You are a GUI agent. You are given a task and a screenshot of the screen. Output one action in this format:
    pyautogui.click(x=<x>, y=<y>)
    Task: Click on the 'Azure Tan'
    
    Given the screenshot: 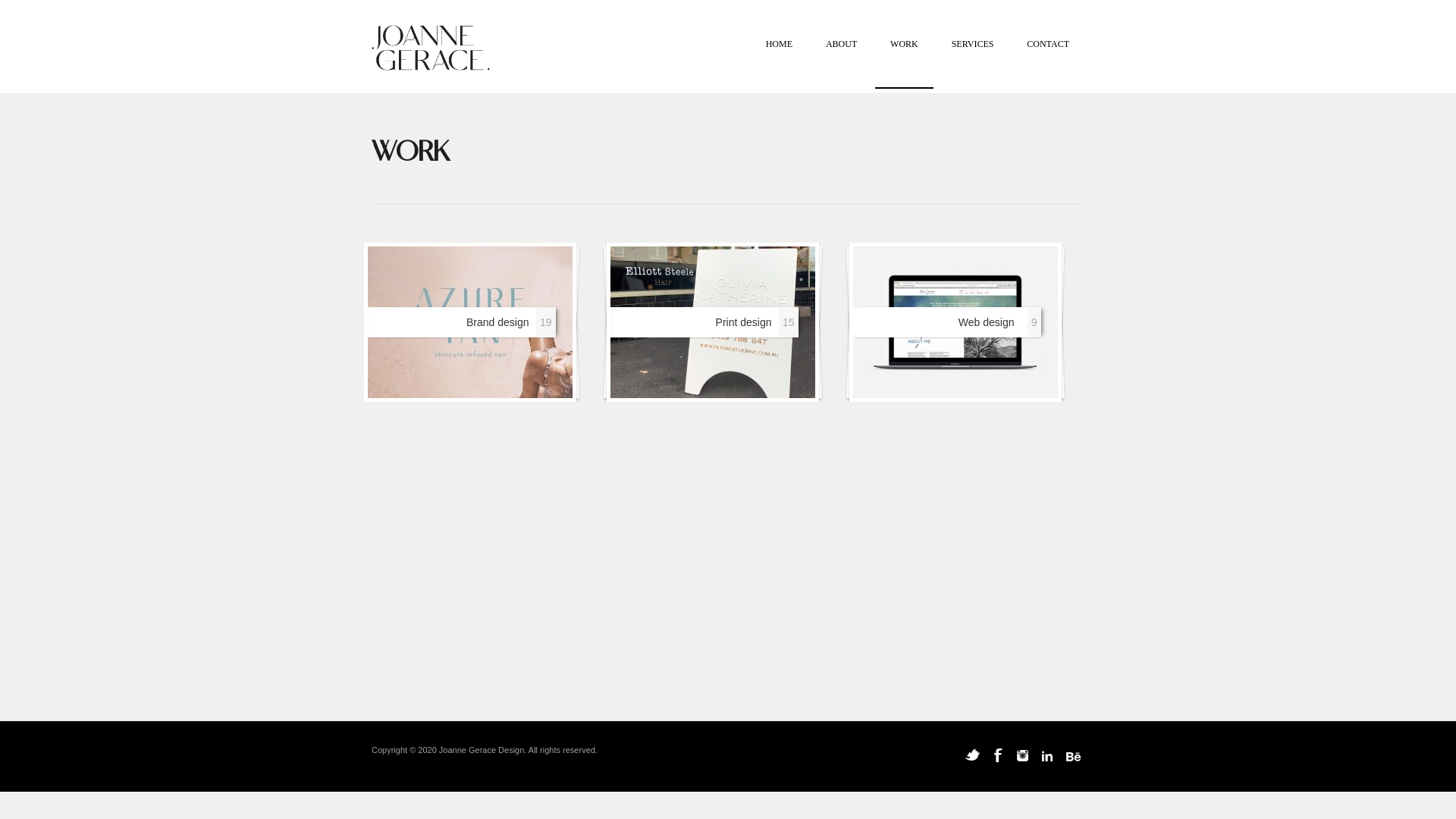 What is the action you would take?
    pyautogui.click(x=469, y=321)
    